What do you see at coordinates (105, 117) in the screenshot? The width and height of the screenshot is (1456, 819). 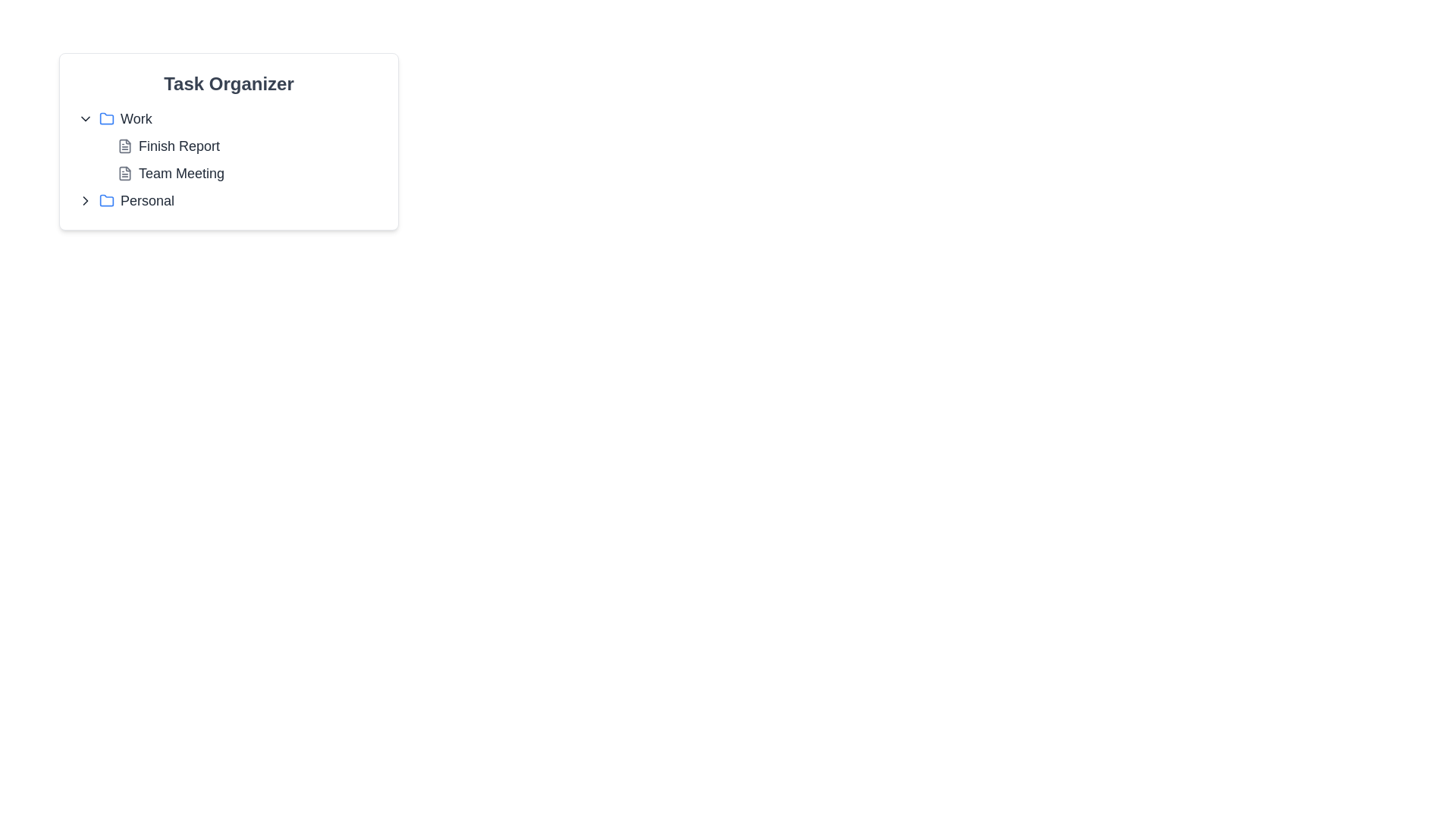 I see `the small folder icon with a blue outline located under the 'Personal' category in the hierarchical task list` at bounding box center [105, 117].